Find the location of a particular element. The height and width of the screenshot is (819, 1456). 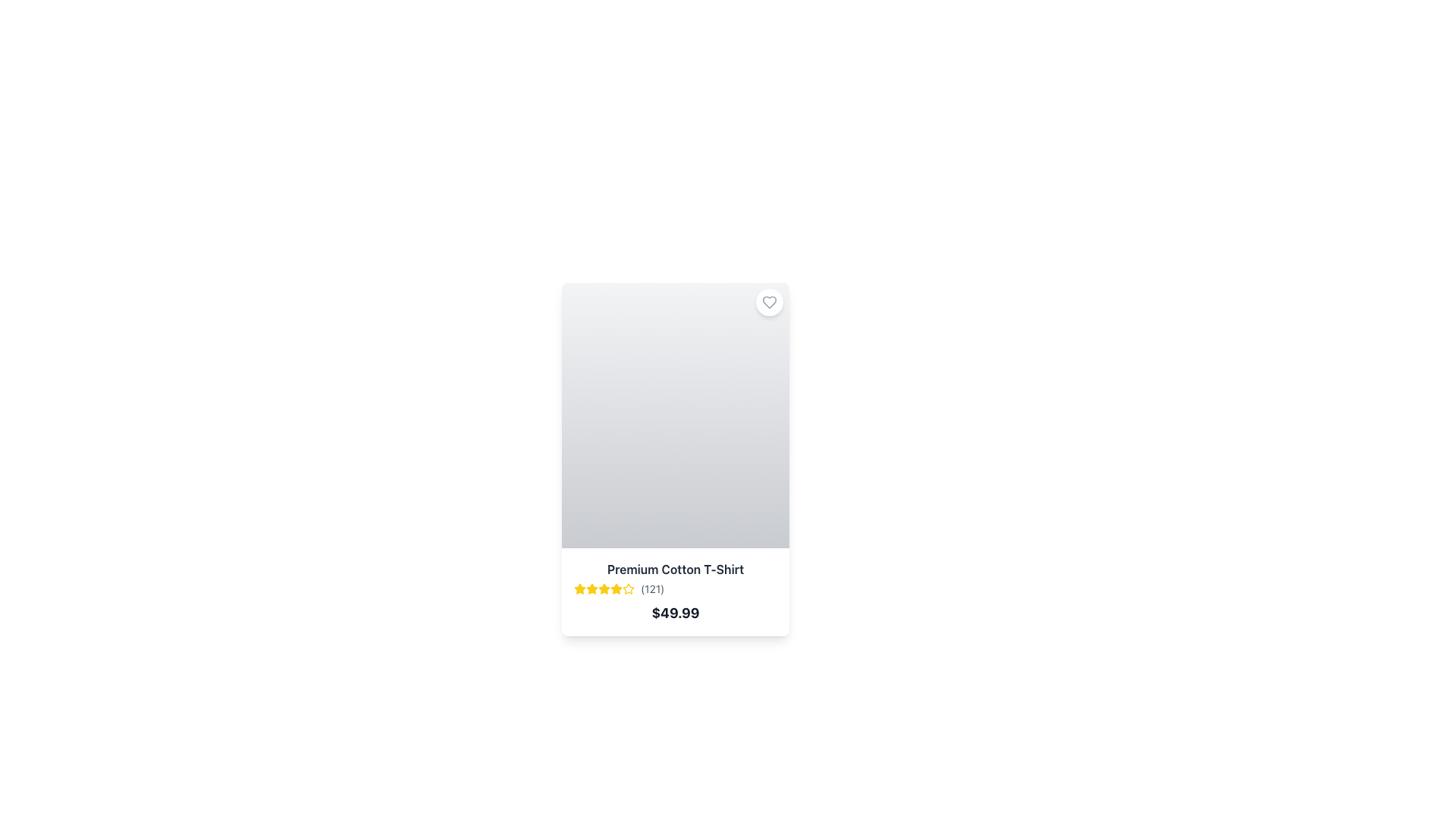

the third star icon in the rating widget for the 'Premium Cotton T-Shirt' product, which visually represents the third level of user rating is located at coordinates (591, 588).